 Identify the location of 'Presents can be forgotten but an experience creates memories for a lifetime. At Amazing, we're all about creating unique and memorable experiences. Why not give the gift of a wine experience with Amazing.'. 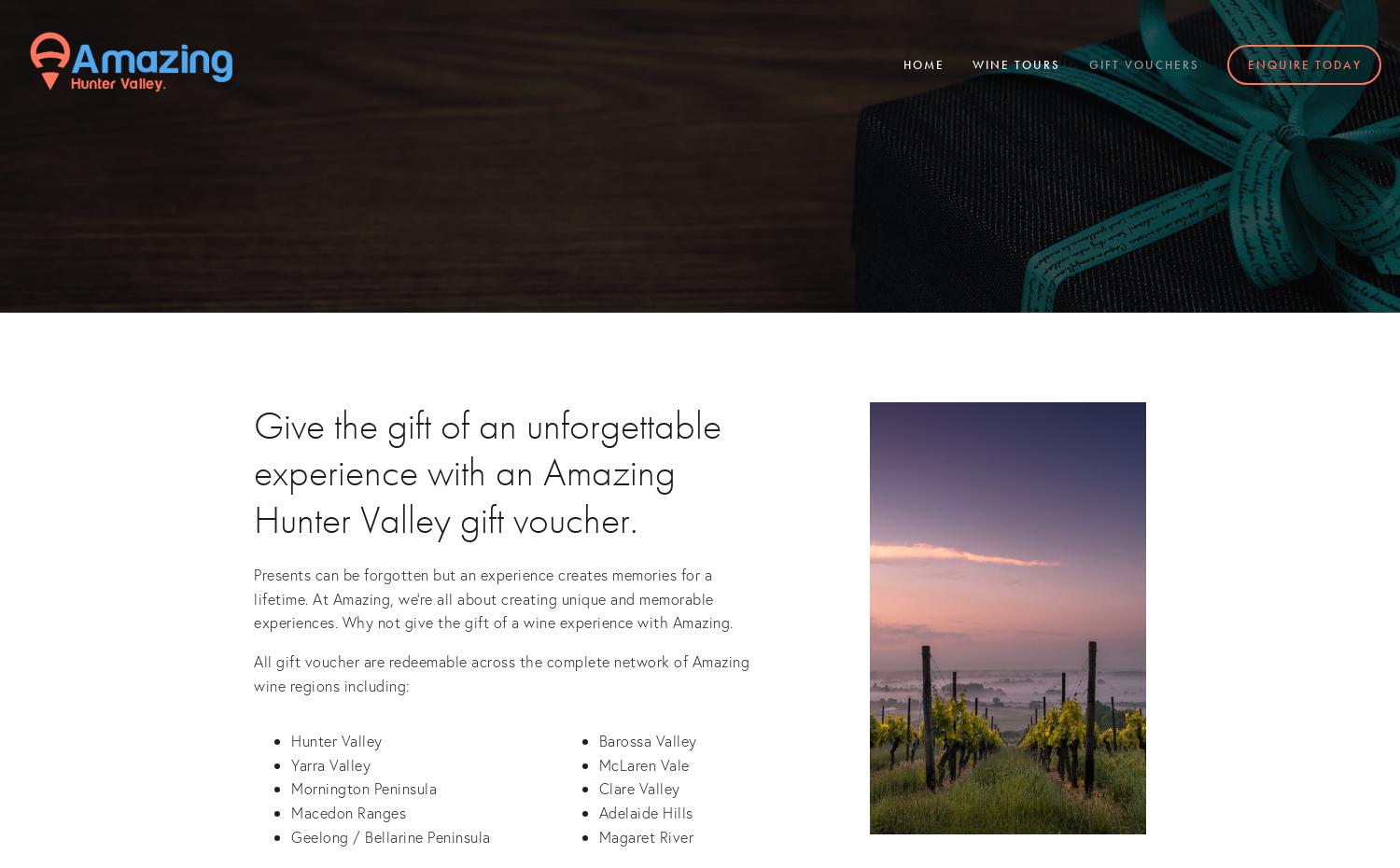
(493, 596).